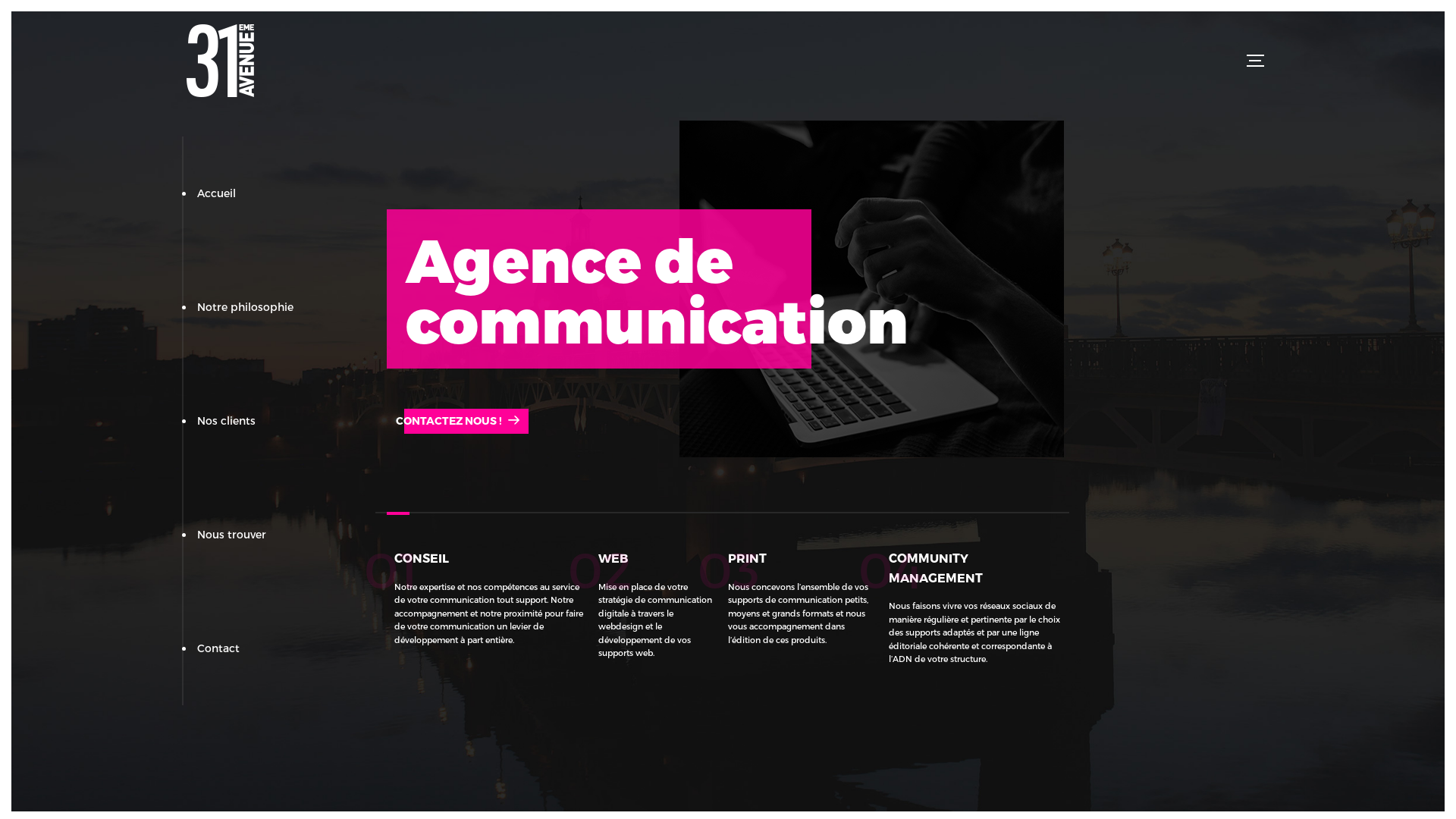 This screenshot has height=819, width=1456. What do you see at coordinates (231, 533) in the screenshot?
I see `'Nous trouver'` at bounding box center [231, 533].